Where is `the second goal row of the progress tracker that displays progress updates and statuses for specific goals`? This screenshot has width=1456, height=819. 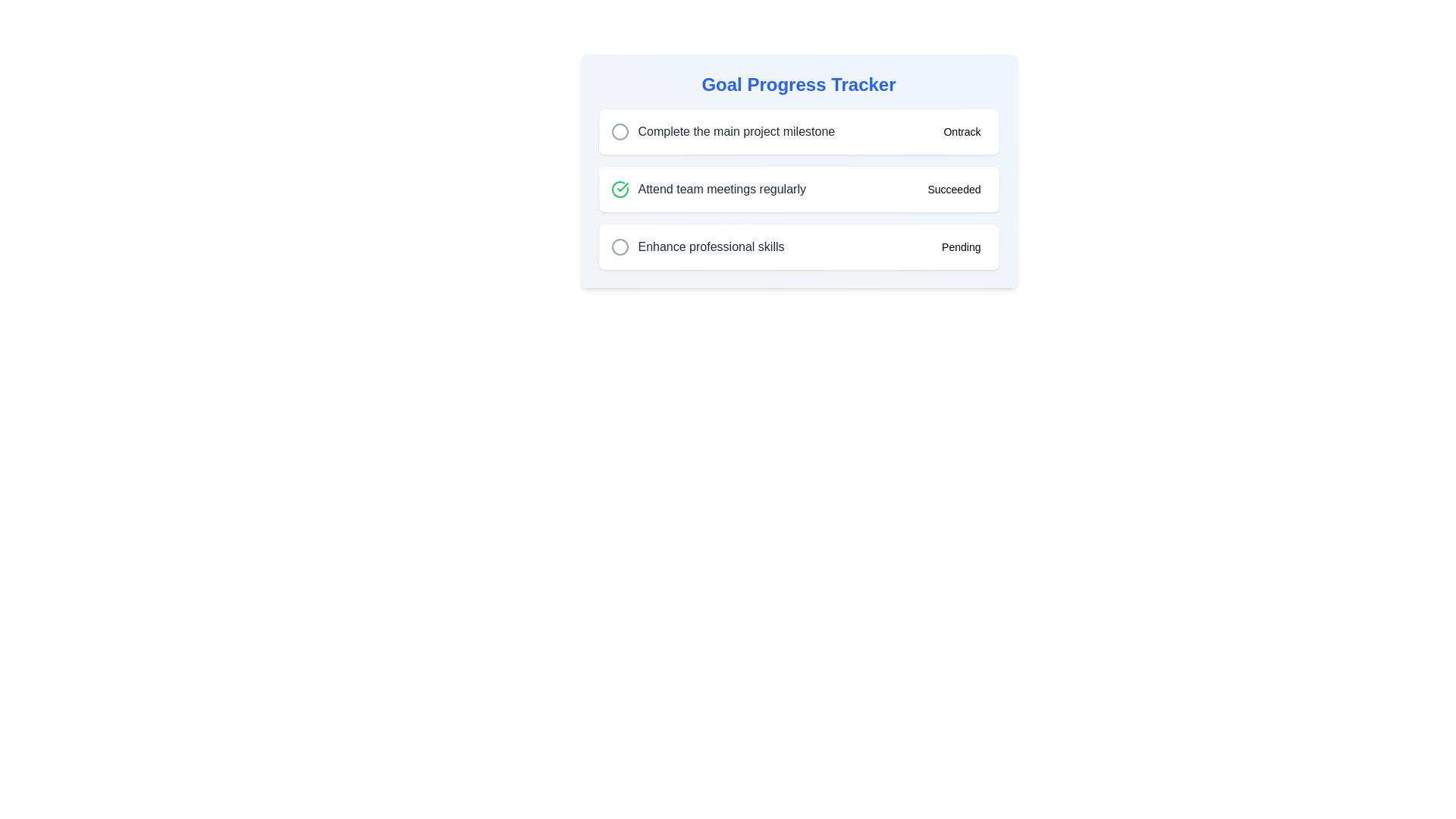 the second goal row of the progress tracker that displays progress updates and statuses for specific goals is located at coordinates (798, 178).